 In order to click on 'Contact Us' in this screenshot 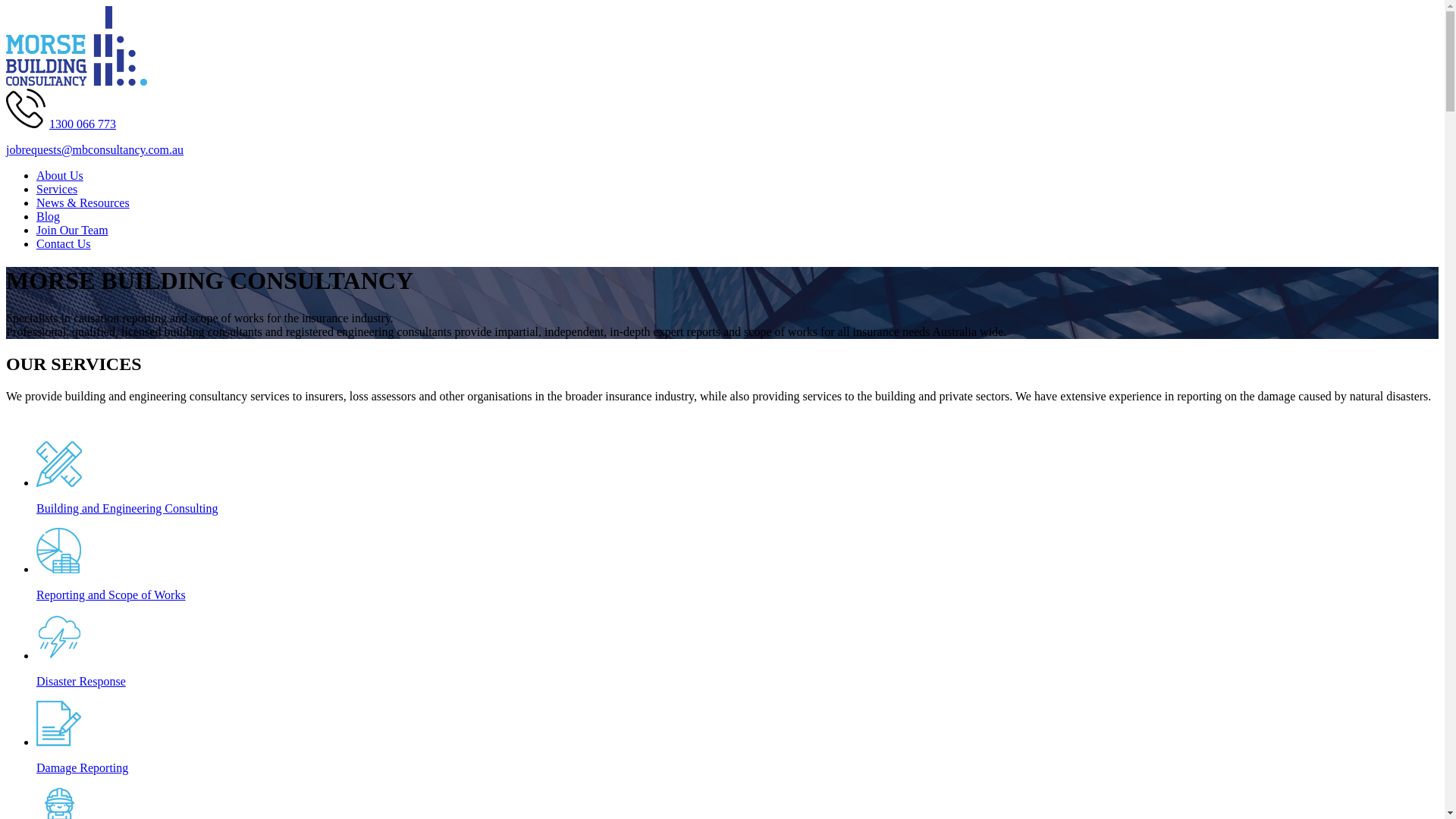, I will do `click(62, 243)`.